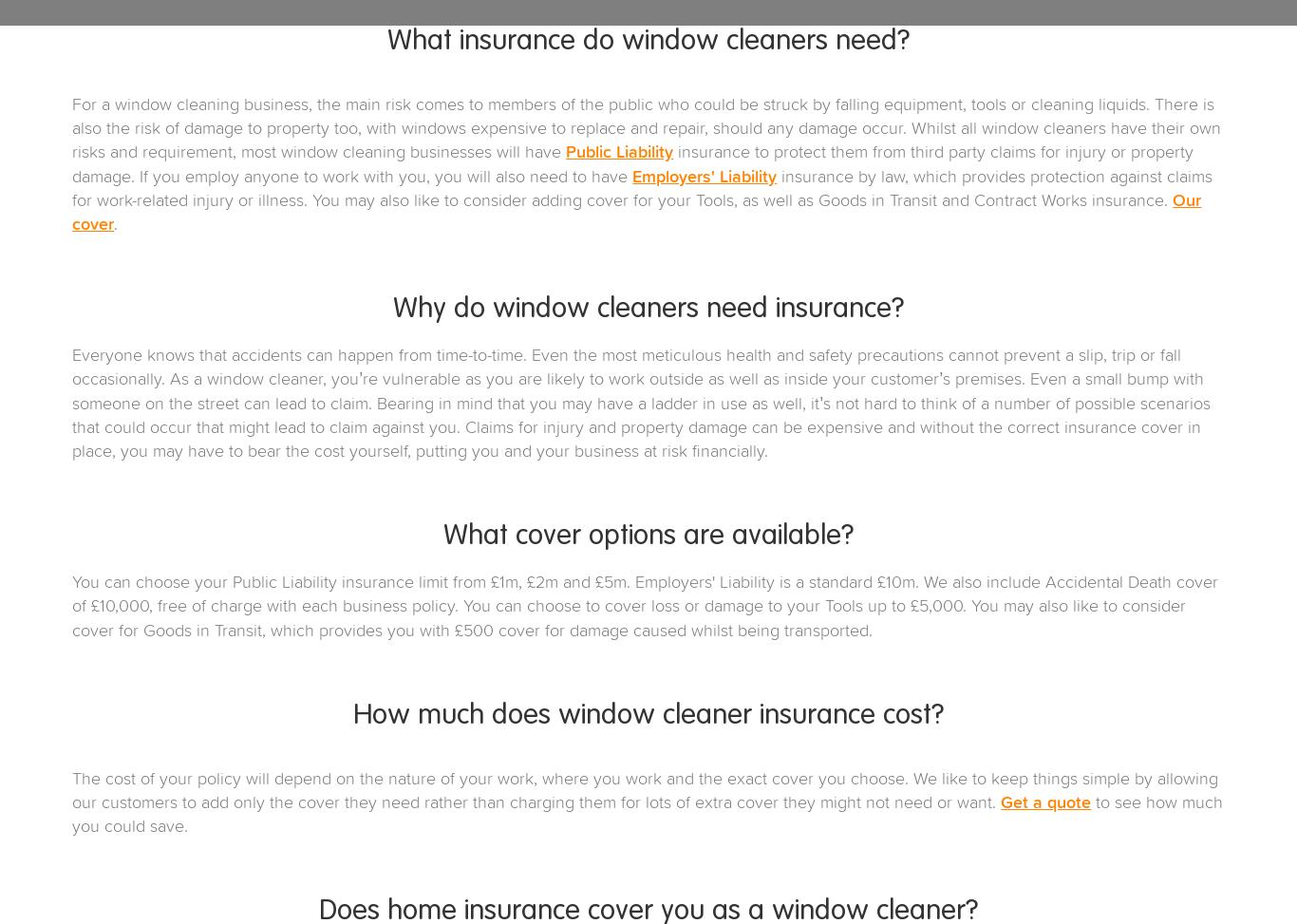  What do you see at coordinates (641, 188) in the screenshot?
I see `'insurance by law, which provides protection against claims for work-related injury or illness. You may also like to consider adding cover for your Tools, as well as Goods in Transit and Contract Works insurance.'` at bounding box center [641, 188].